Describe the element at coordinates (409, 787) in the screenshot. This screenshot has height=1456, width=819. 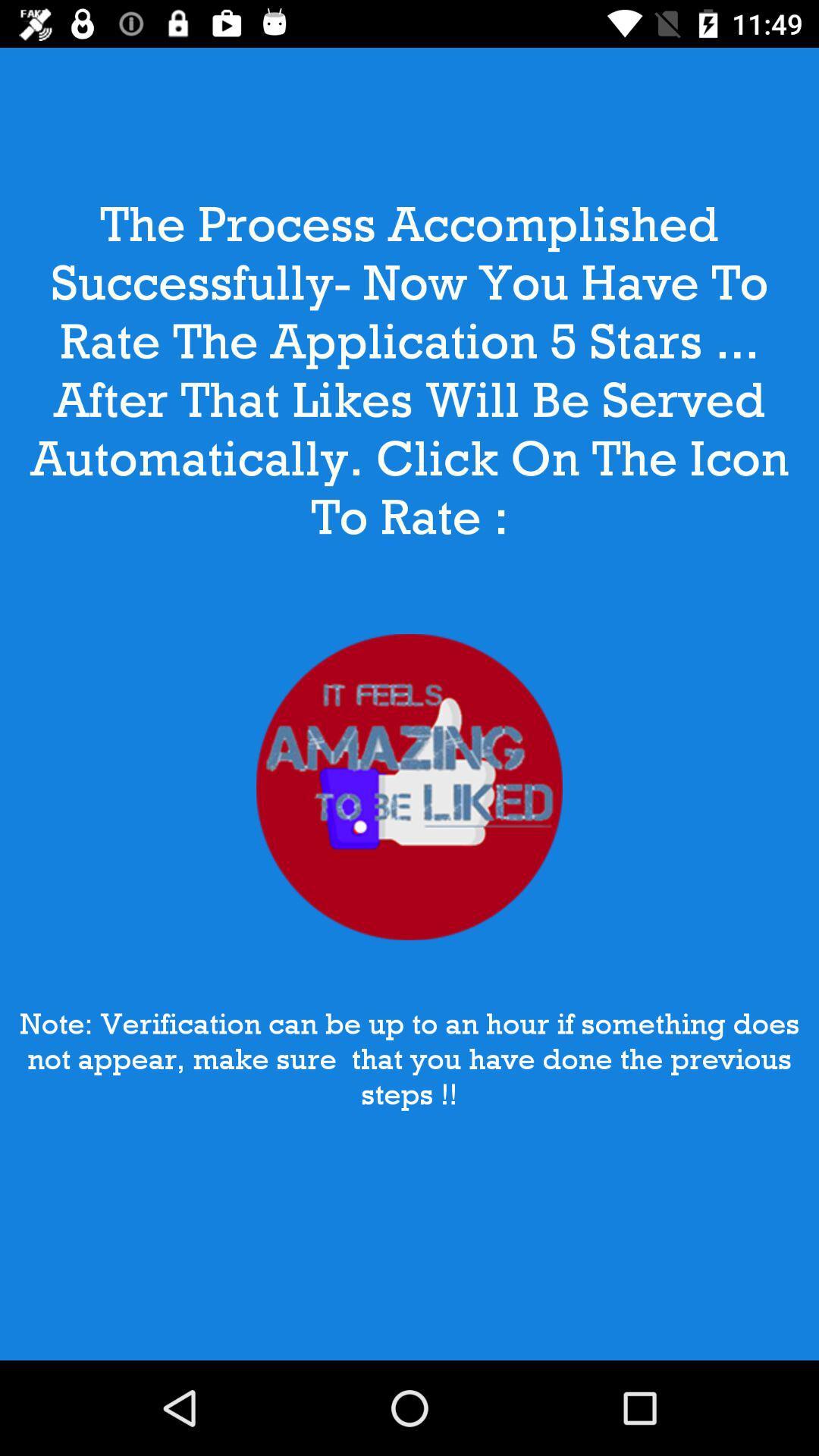
I see `the icon above note verification can` at that location.